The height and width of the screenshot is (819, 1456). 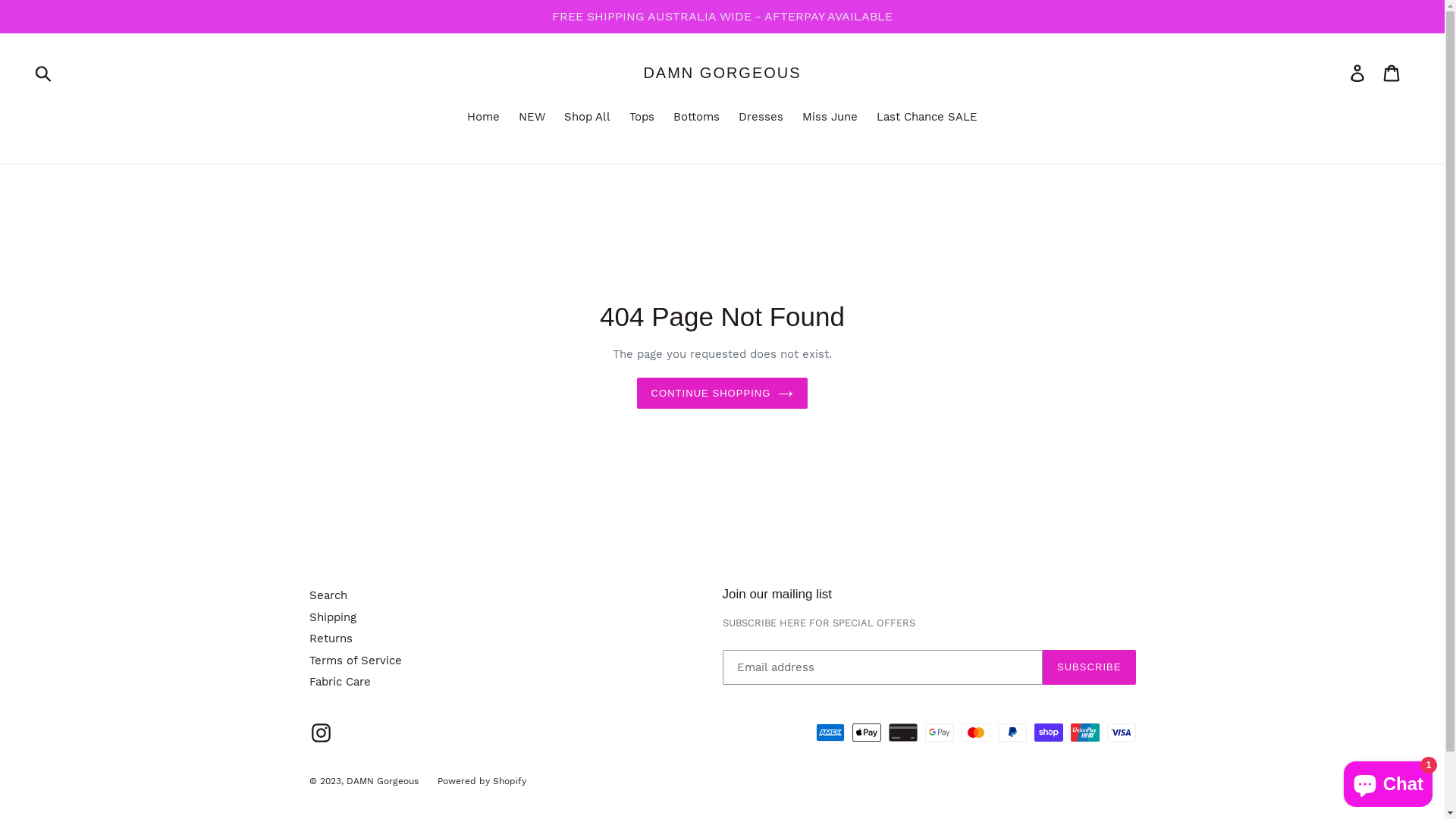 What do you see at coordinates (482, 117) in the screenshot?
I see `'Home'` at bounding box center [482, 117].